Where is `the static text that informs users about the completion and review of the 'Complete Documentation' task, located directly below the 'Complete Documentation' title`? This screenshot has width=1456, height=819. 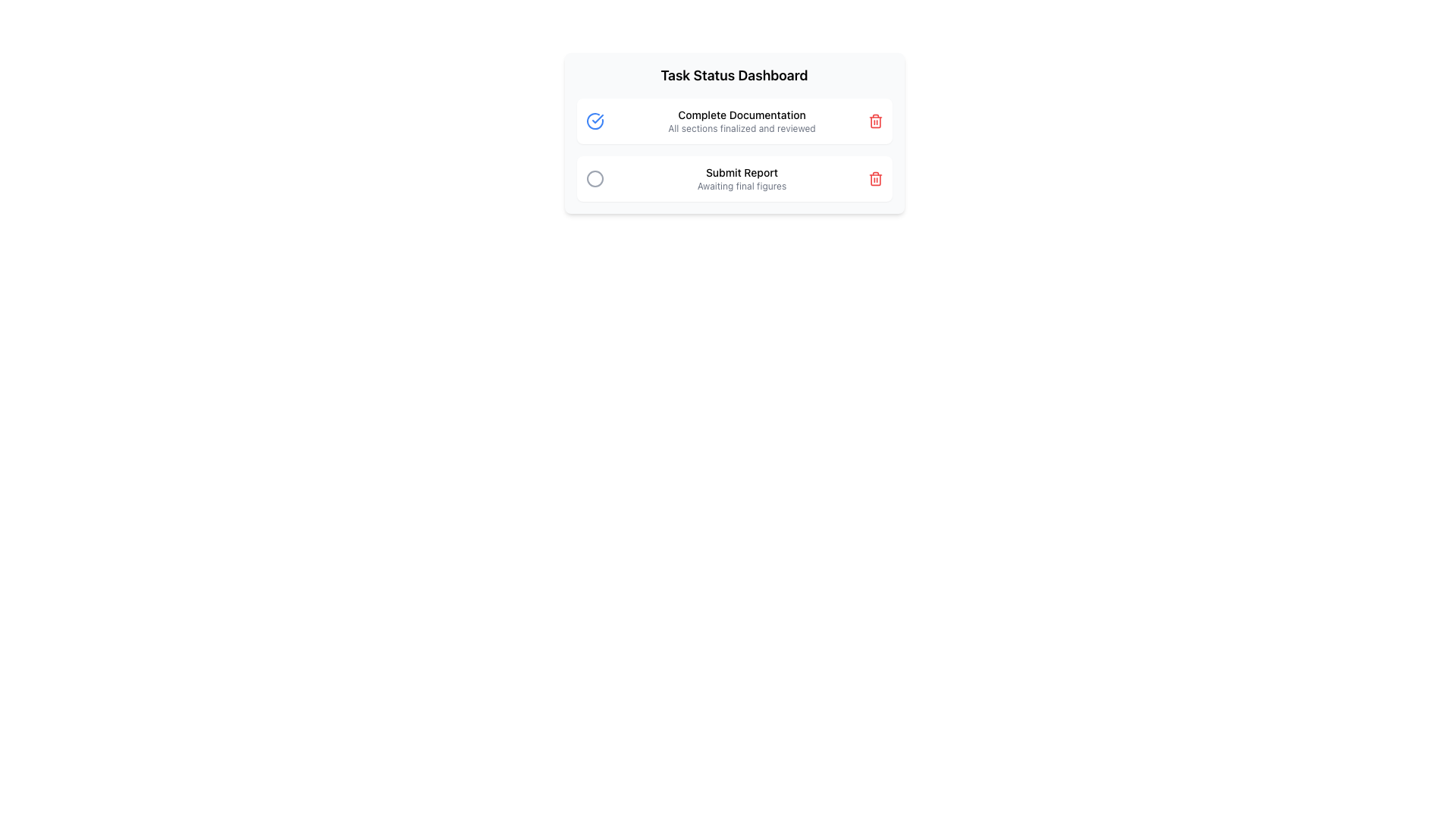
the static text that informs users about the completion and review of the 'Complete Documentation' task, located directly below the 'Complete Documentation' title is located at coordinates (742, 127).